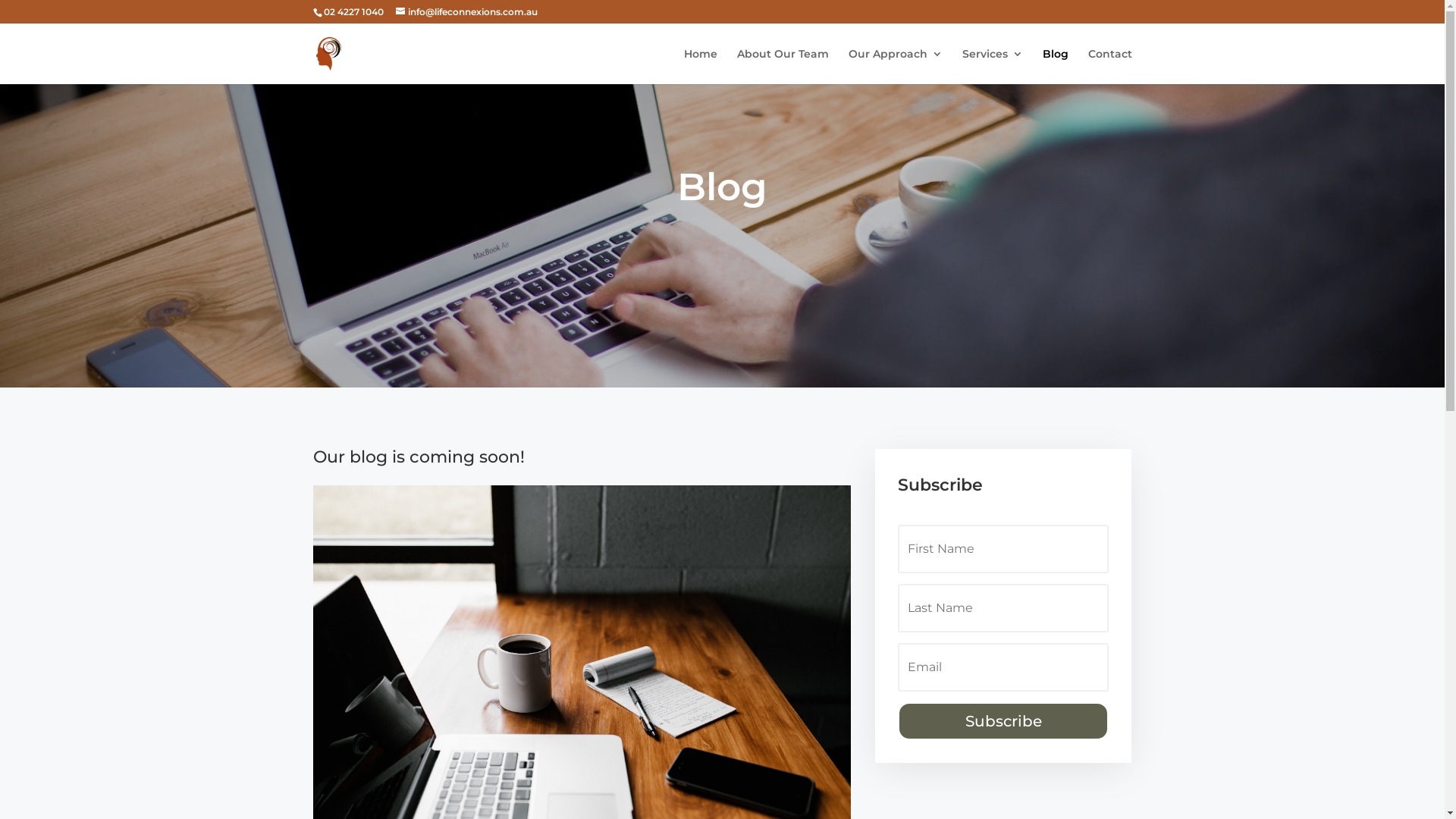 The image size is (1456, 819). I want to click on 'Home', so click(700, 65).